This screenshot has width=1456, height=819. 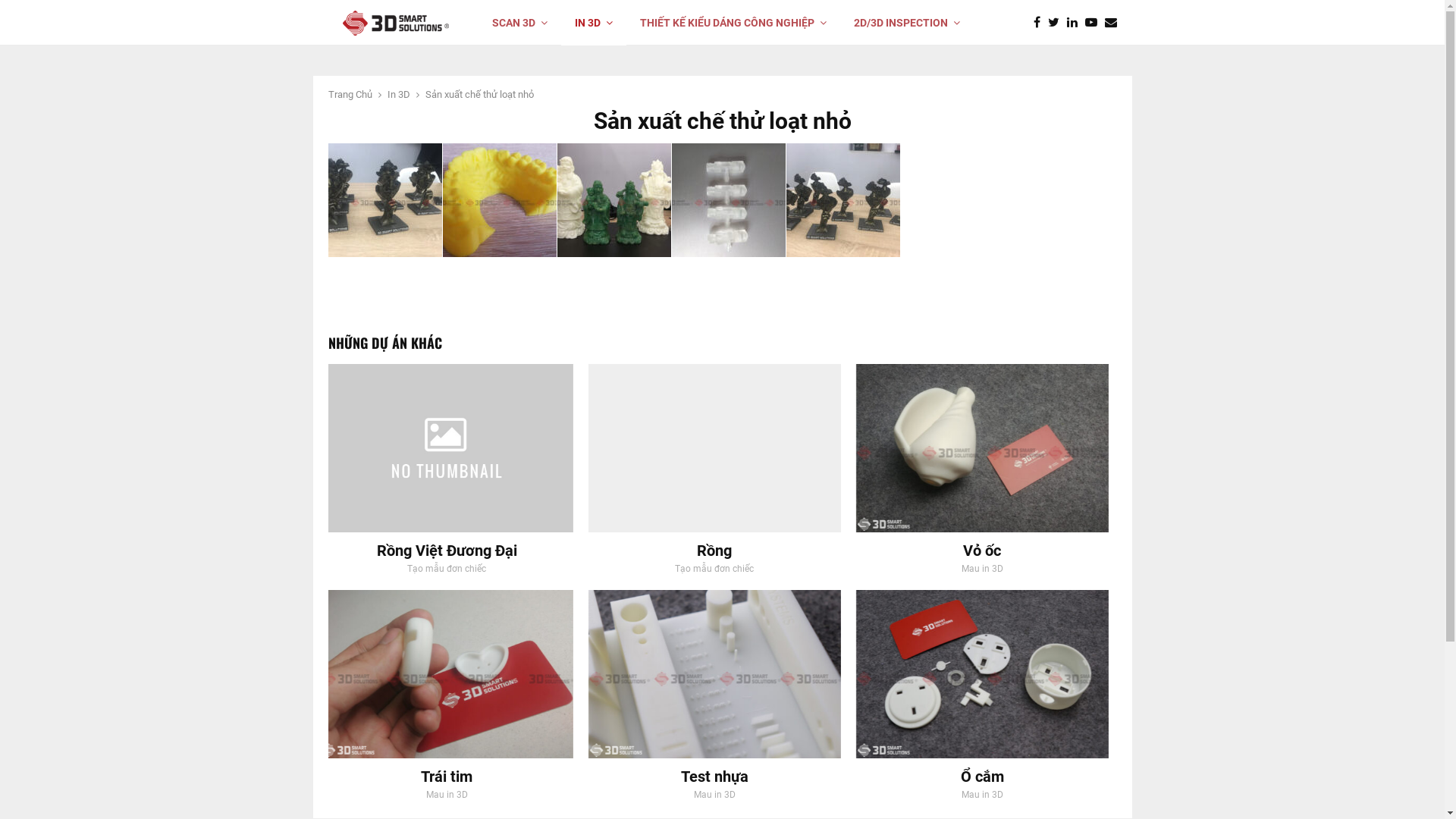 What do you see at coordinates (1094, 23) in the screenshot?
I see `'Youtube'` at bounding box center [1094, 23].